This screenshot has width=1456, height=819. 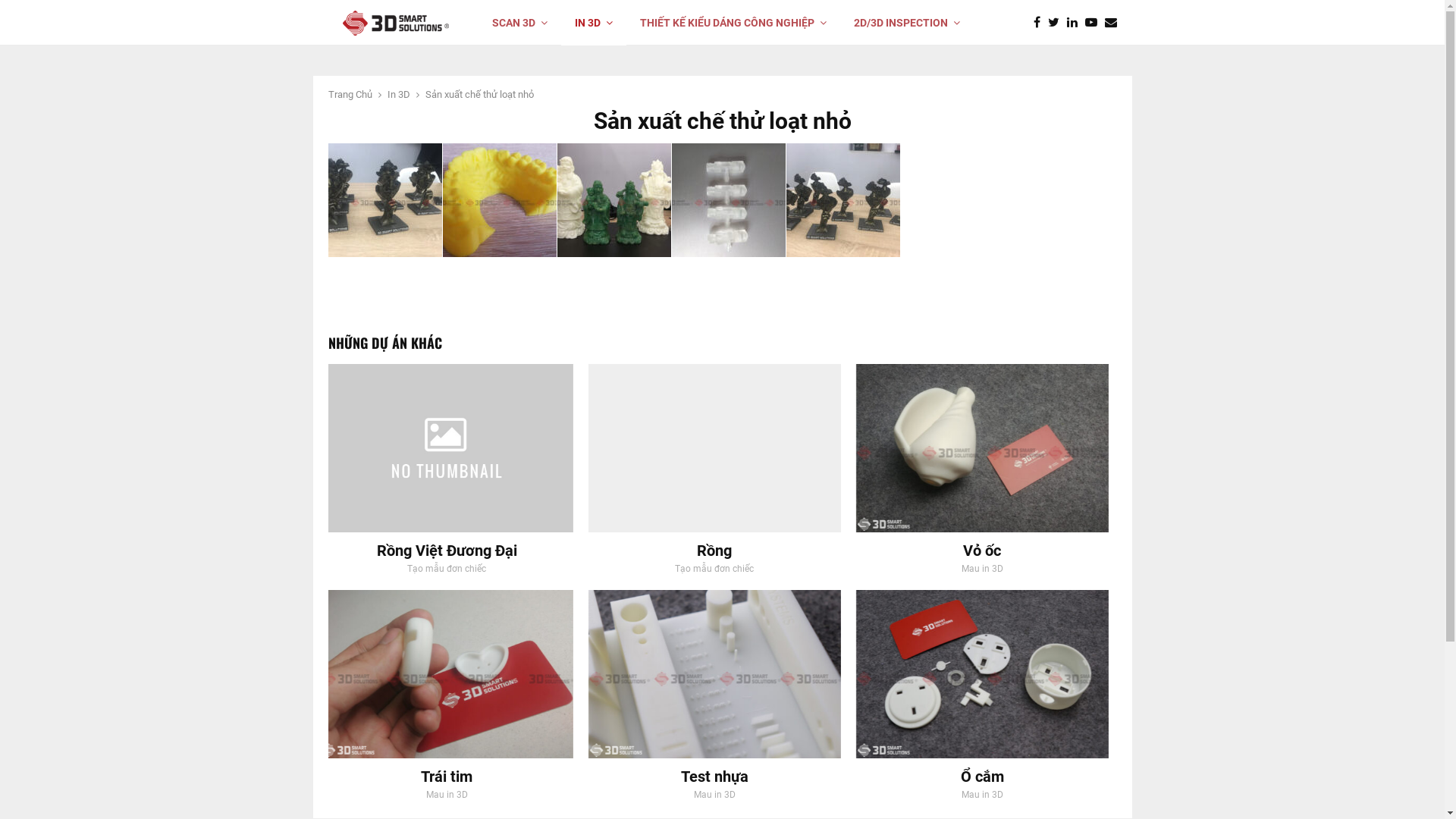 What do you see at coordinates (1094, 23) in the screenshot?
I see `'Youtube'` at bounding box center [1094, 23].